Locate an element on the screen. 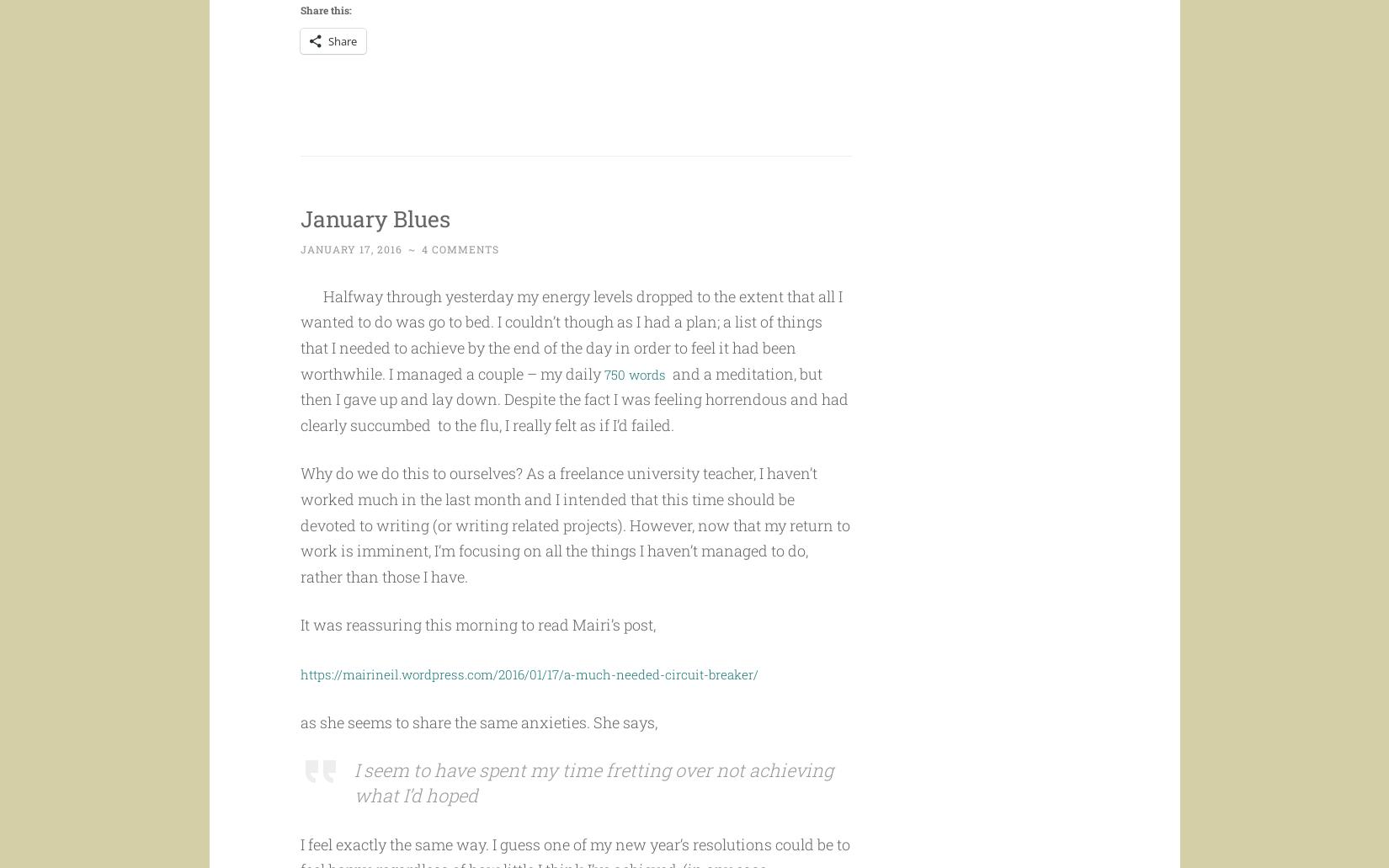  '~' is located at coordinates (412, 280).